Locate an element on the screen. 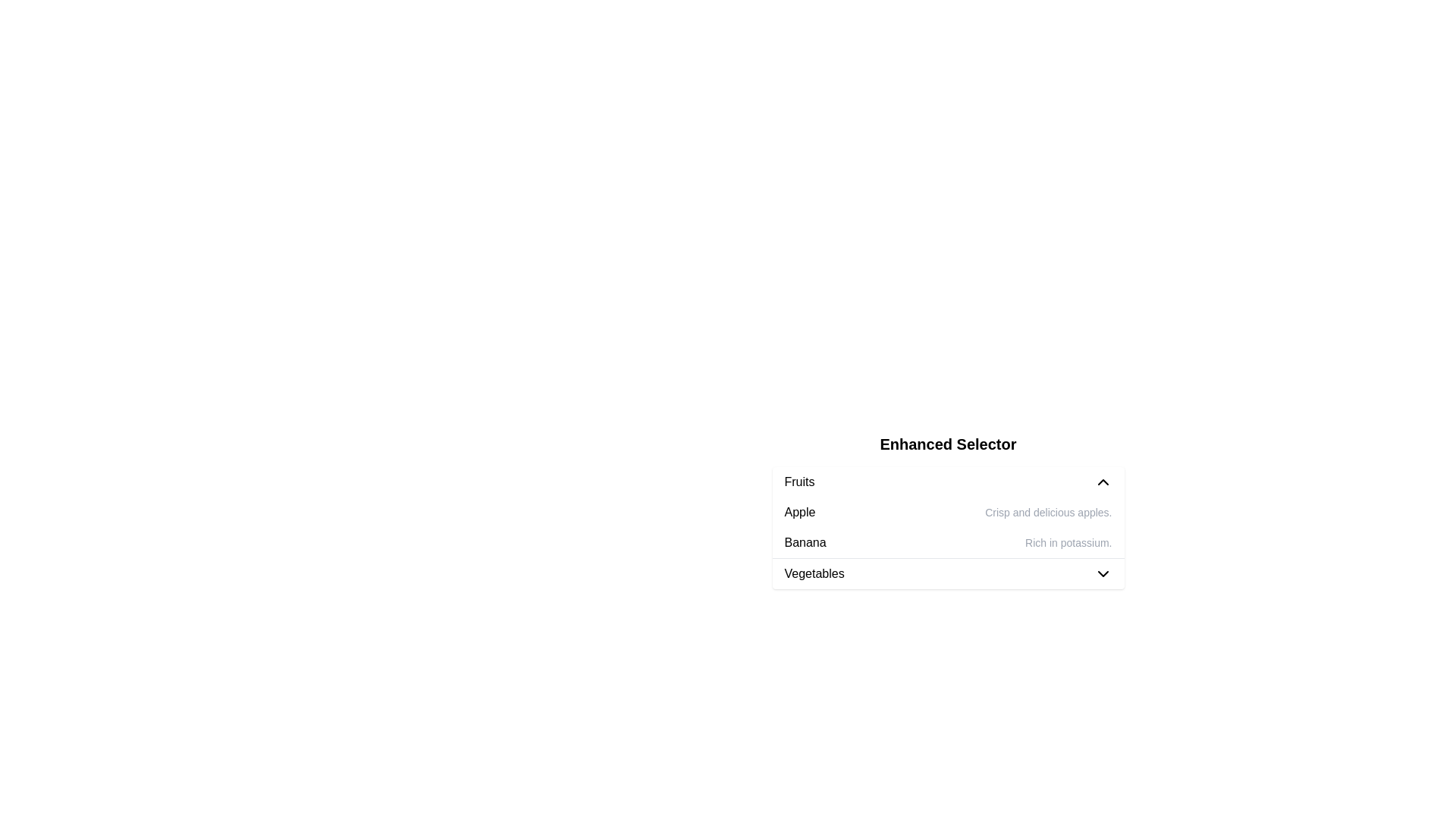 The image size is (1456, 819). the 'Banana' text label is located at coordinates (805, 542).